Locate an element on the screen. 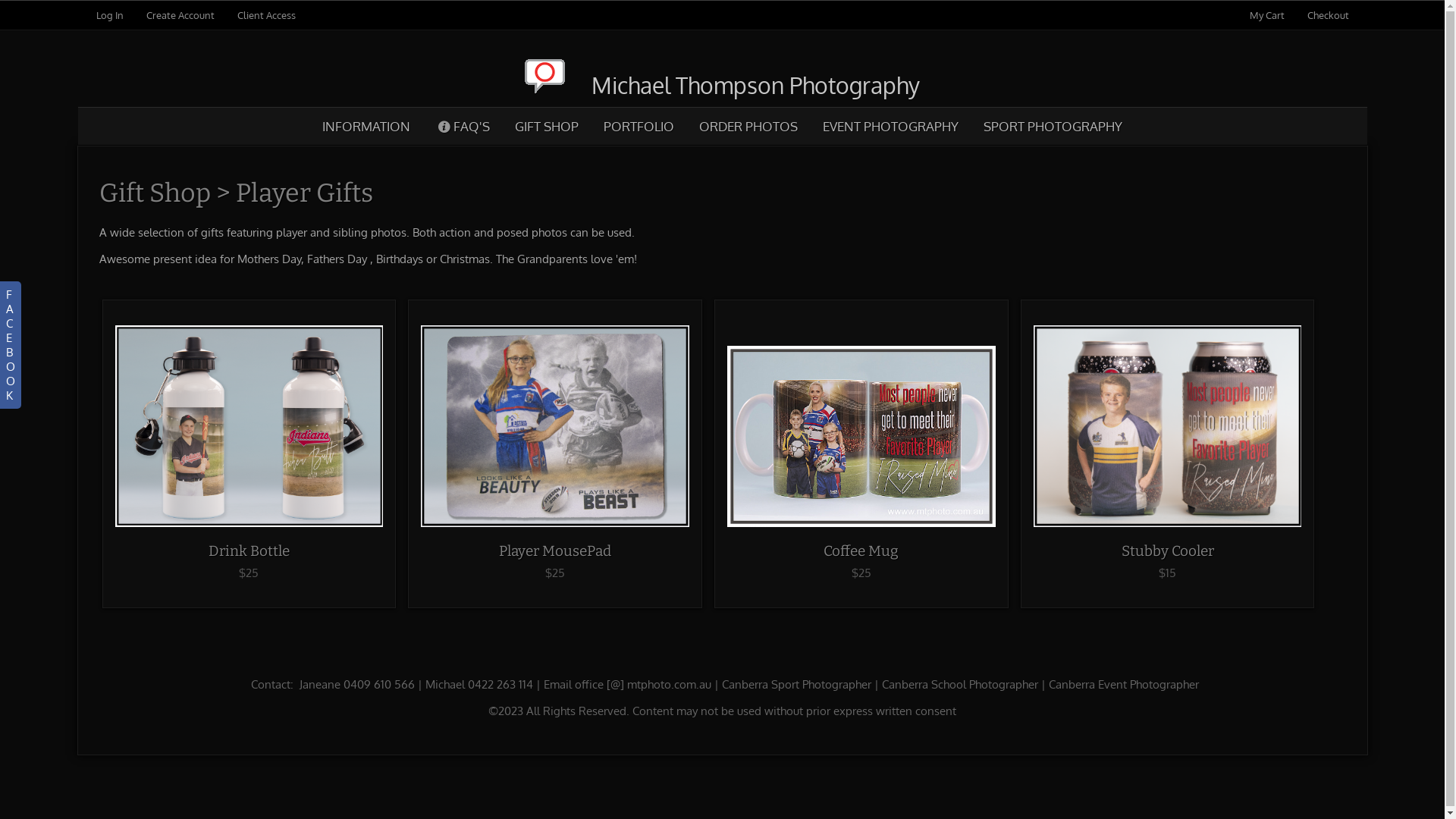 The width and height of the screenshot is (1456, 819). '    Michael Thompson Photography' is located at coordinates (721, 84).